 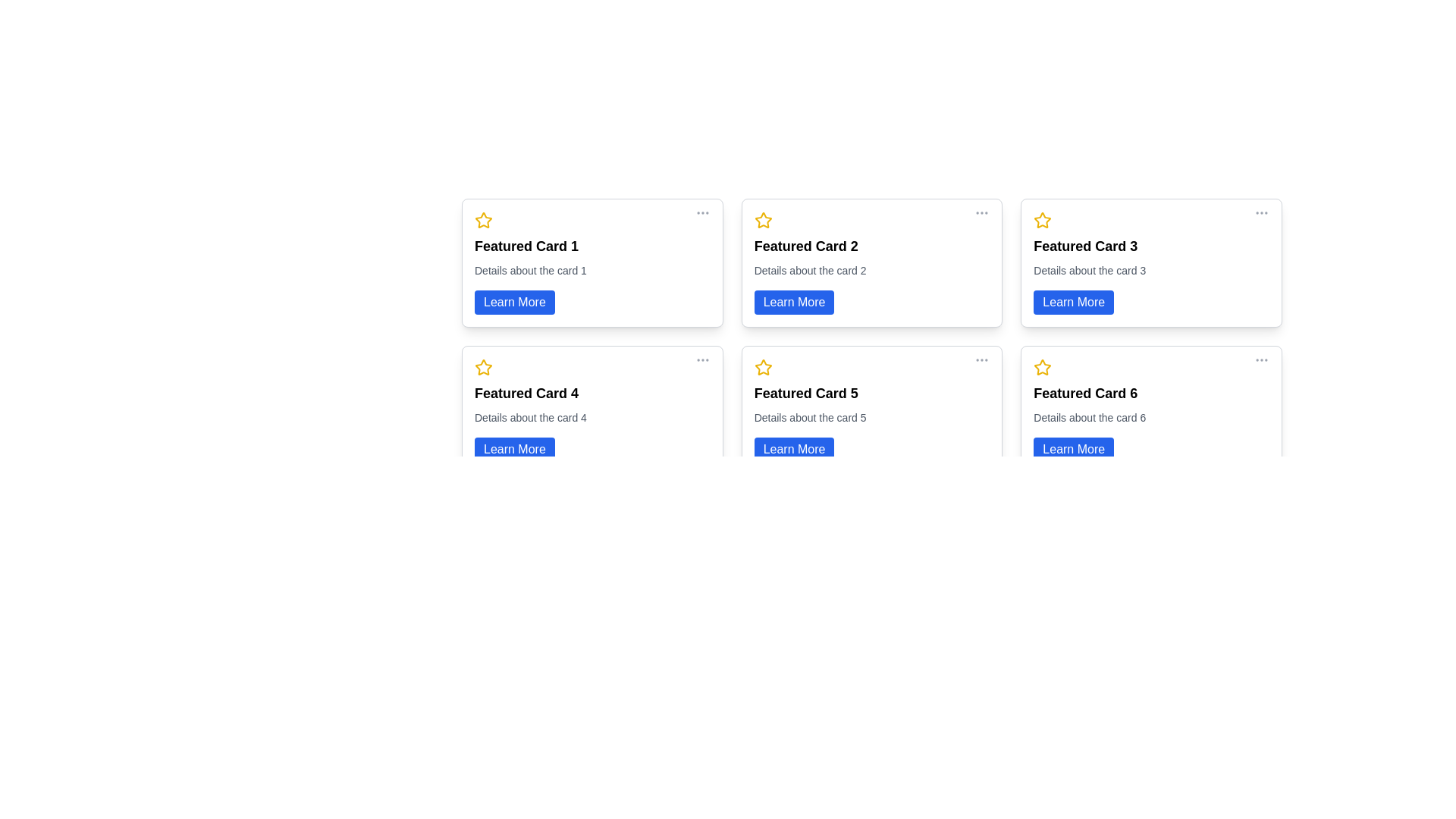 I want to click on the indicator icon at the top left corner of the 'Featured Card 5', which serves as a favorite or rating feature, so click(x=763, y=368).